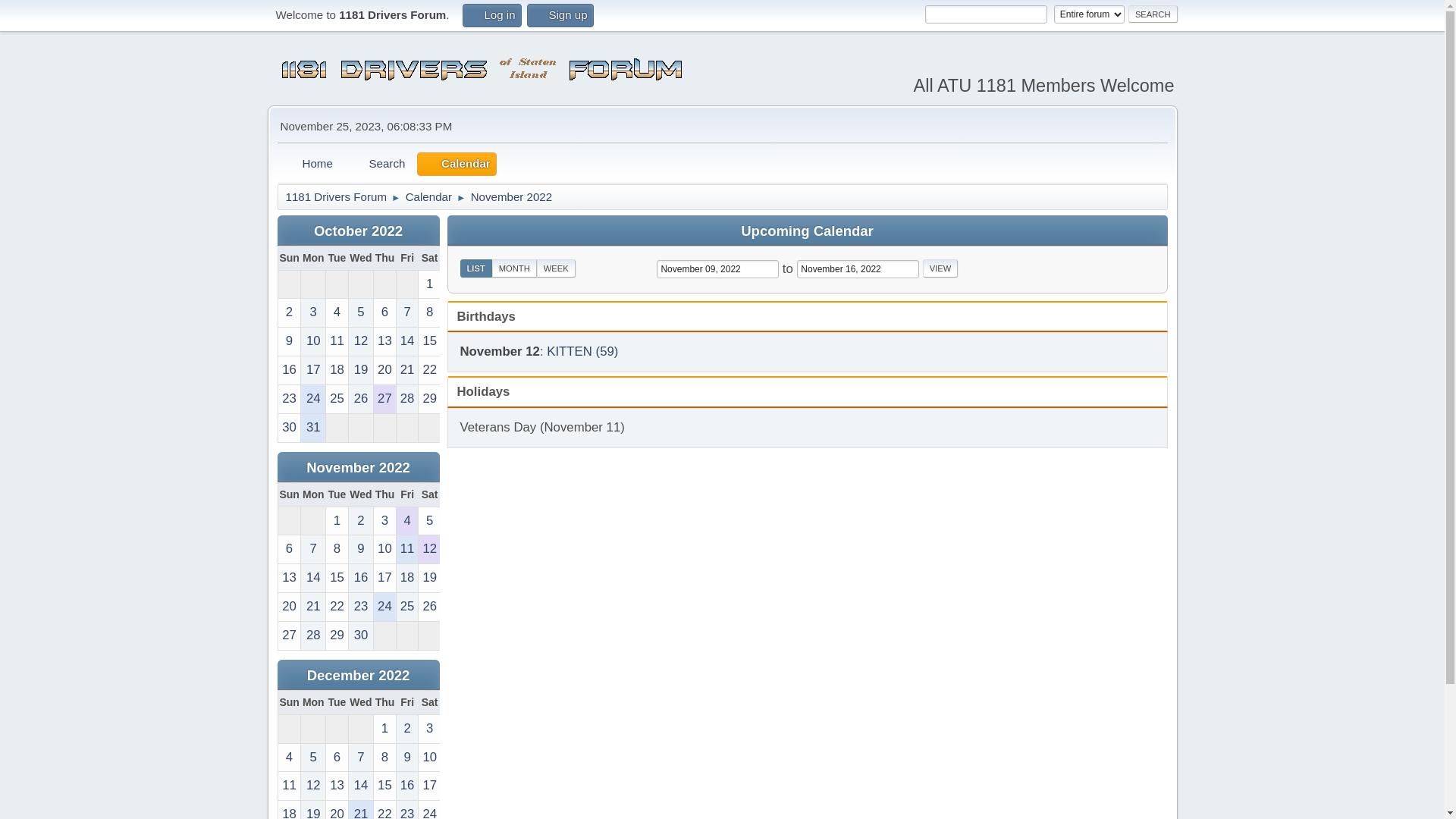 This screenshot has height=819, width=1456. What do you see at coordinates (288, 758) in the screenshot?
I see `'4'` at bounding box center [288, 758].